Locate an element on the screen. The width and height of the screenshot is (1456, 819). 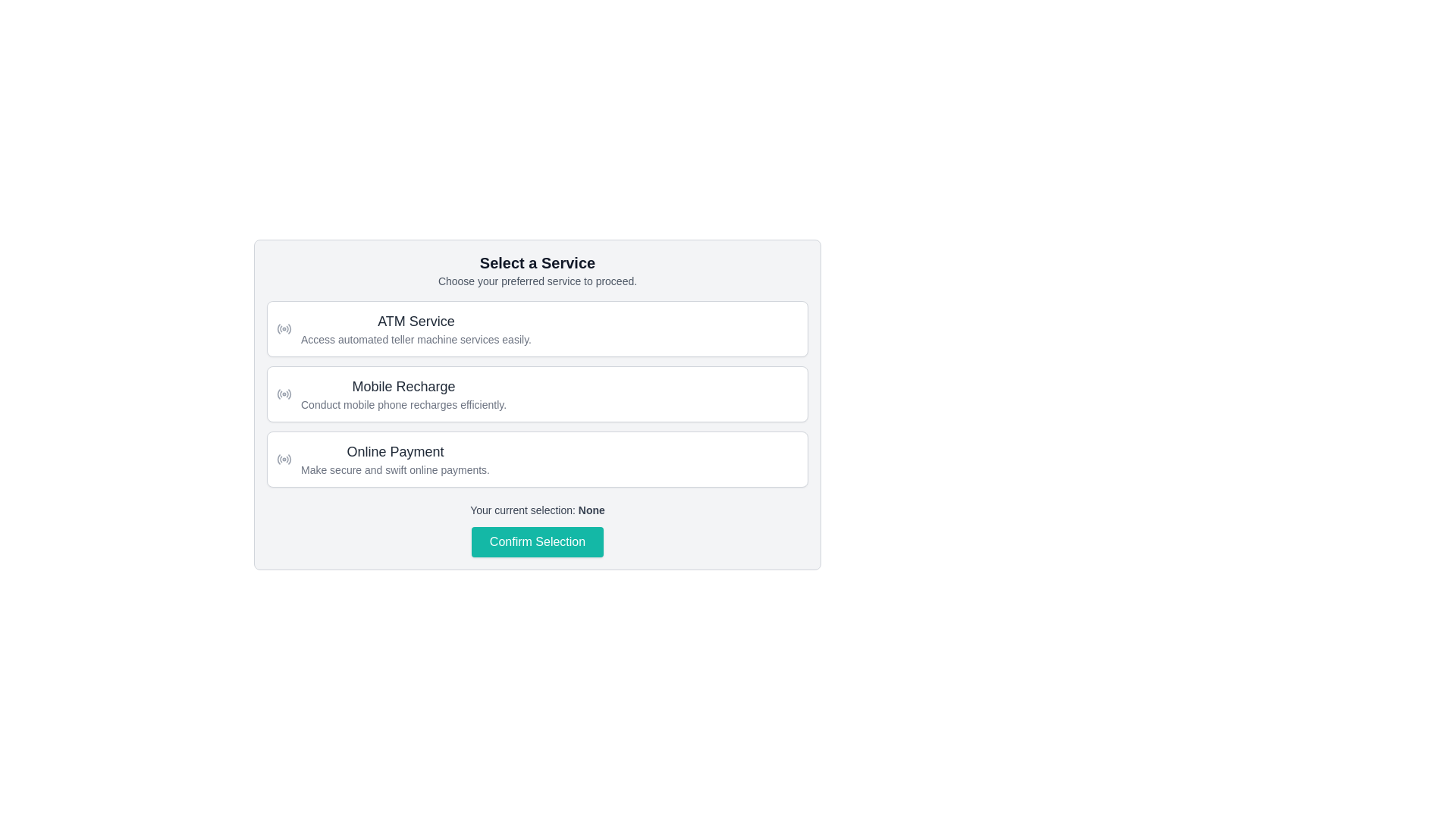
text label that contains the message 'Make secure and swift online payments.' located beneath the 'Online Payment' title in a services panel is located at coordinates (395, 469).